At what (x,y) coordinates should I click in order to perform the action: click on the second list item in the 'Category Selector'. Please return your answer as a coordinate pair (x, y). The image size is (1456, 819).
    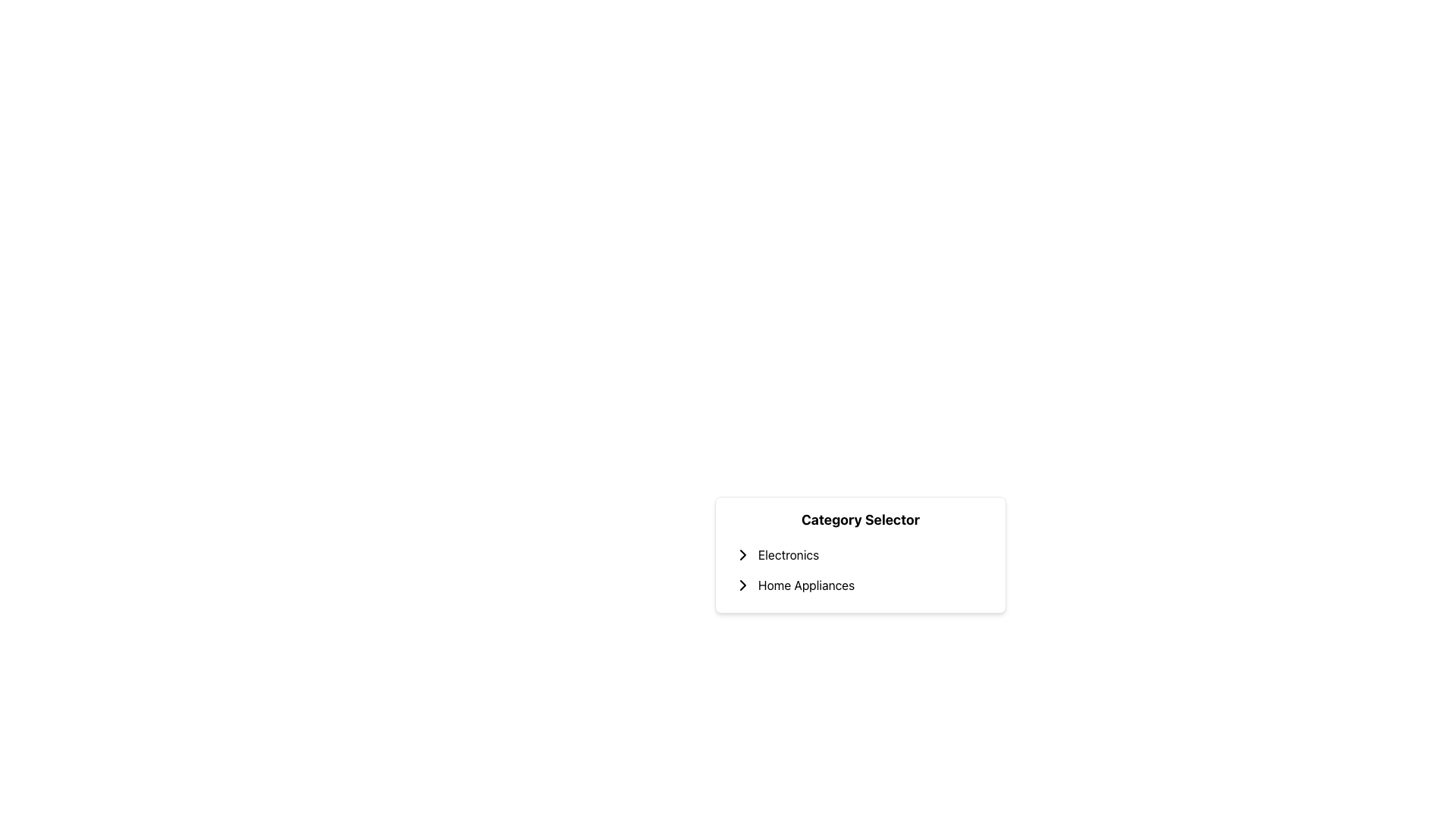
    Looking at the image, I should click on (860, 570).